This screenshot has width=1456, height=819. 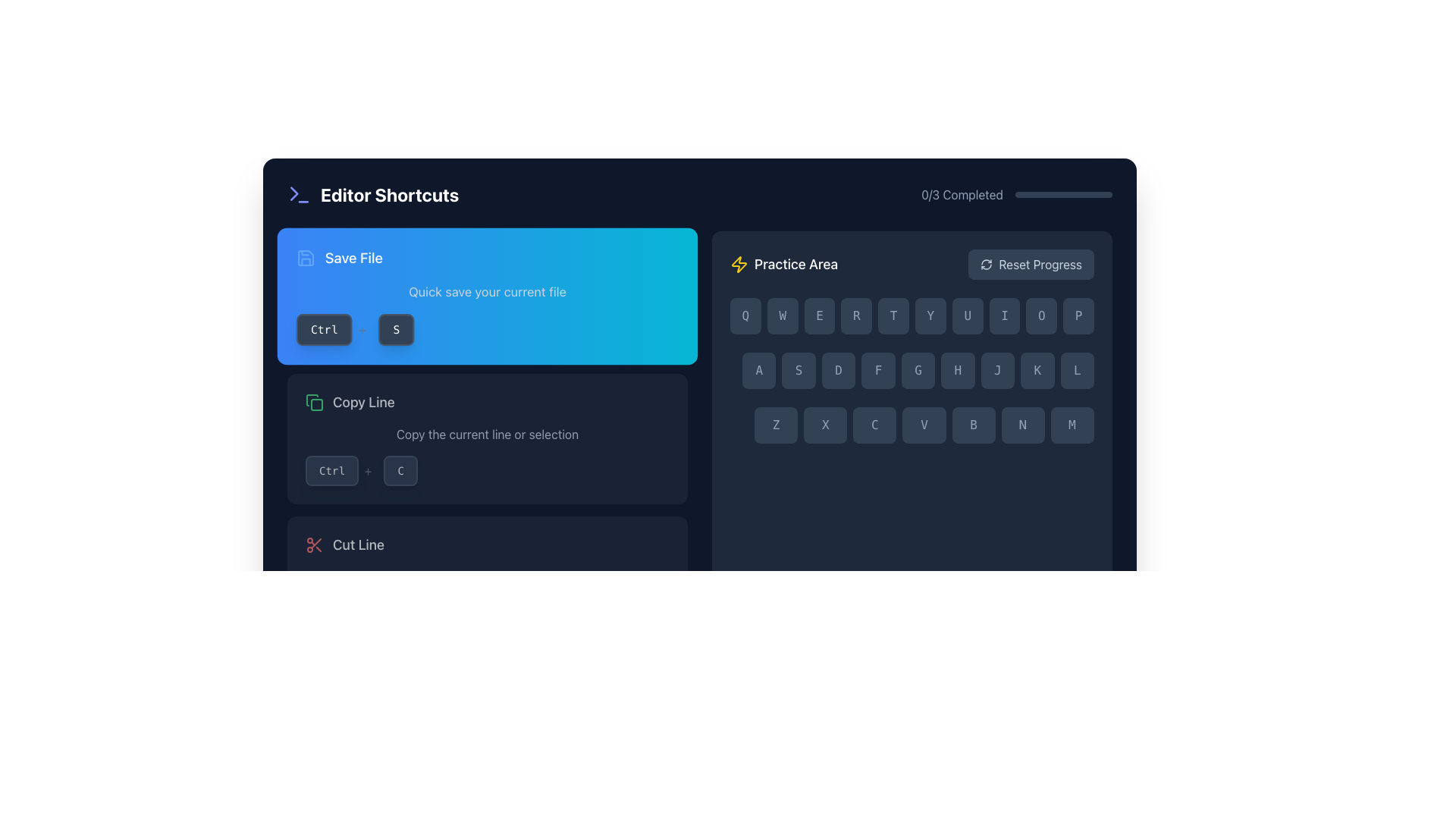 I want to click on the text element that reads 'Copy the current line or selection', which is styled with a light gray font against a dark background, located centrally within the 'Copy Line' component, so click(x=488, y=435).